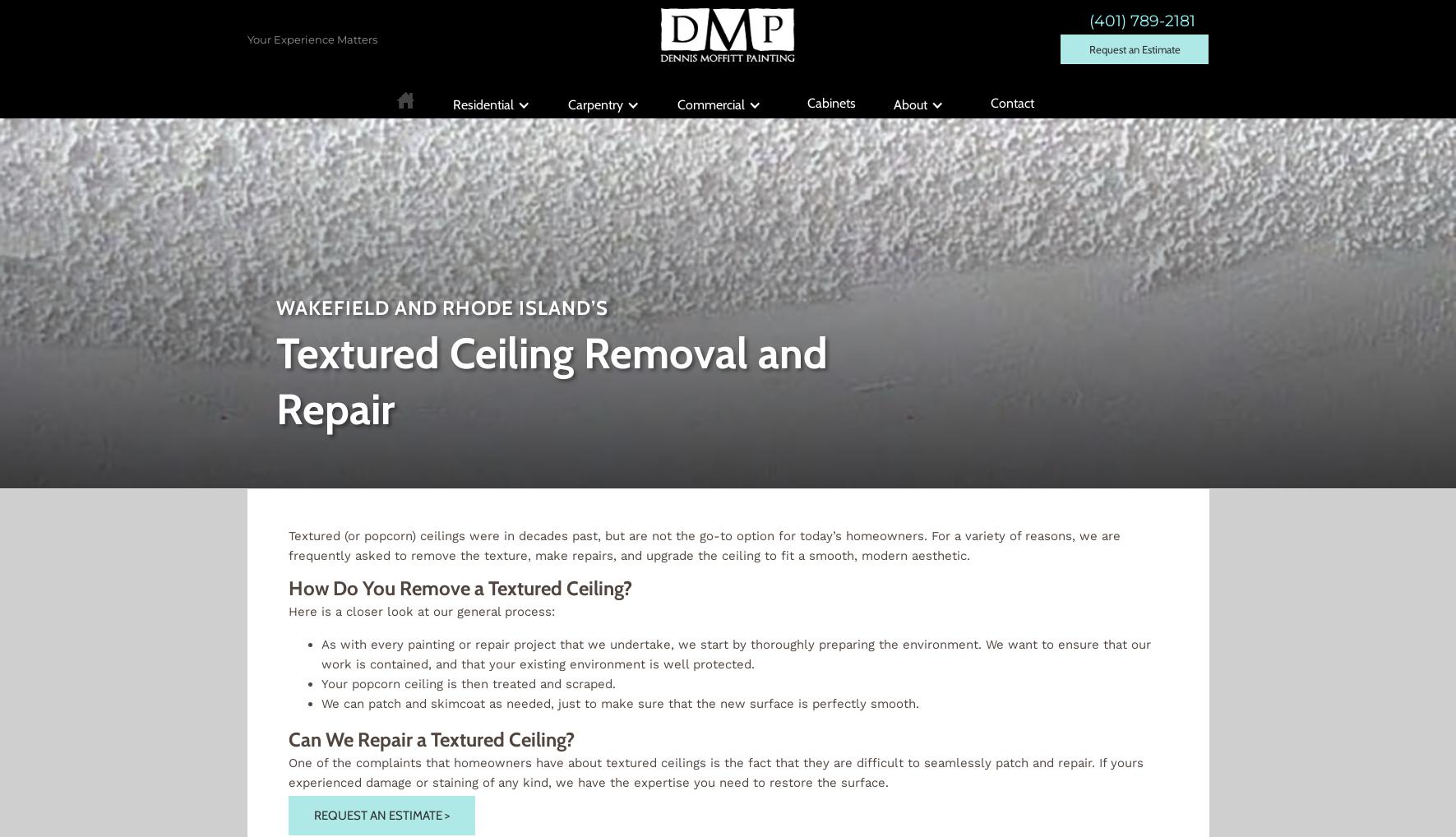  Describe the element at coordinates (702, 546) in the screenshot. I see `'Textured (or popcorn) ceilings were in decades past, but are not the go-to option for today’s homeowners. For a variety of reasons, we are frequently asked to remove the texture, make repairs, and upgrade the ceiling to fit a smooth, modern aesthetic.'` at that location.